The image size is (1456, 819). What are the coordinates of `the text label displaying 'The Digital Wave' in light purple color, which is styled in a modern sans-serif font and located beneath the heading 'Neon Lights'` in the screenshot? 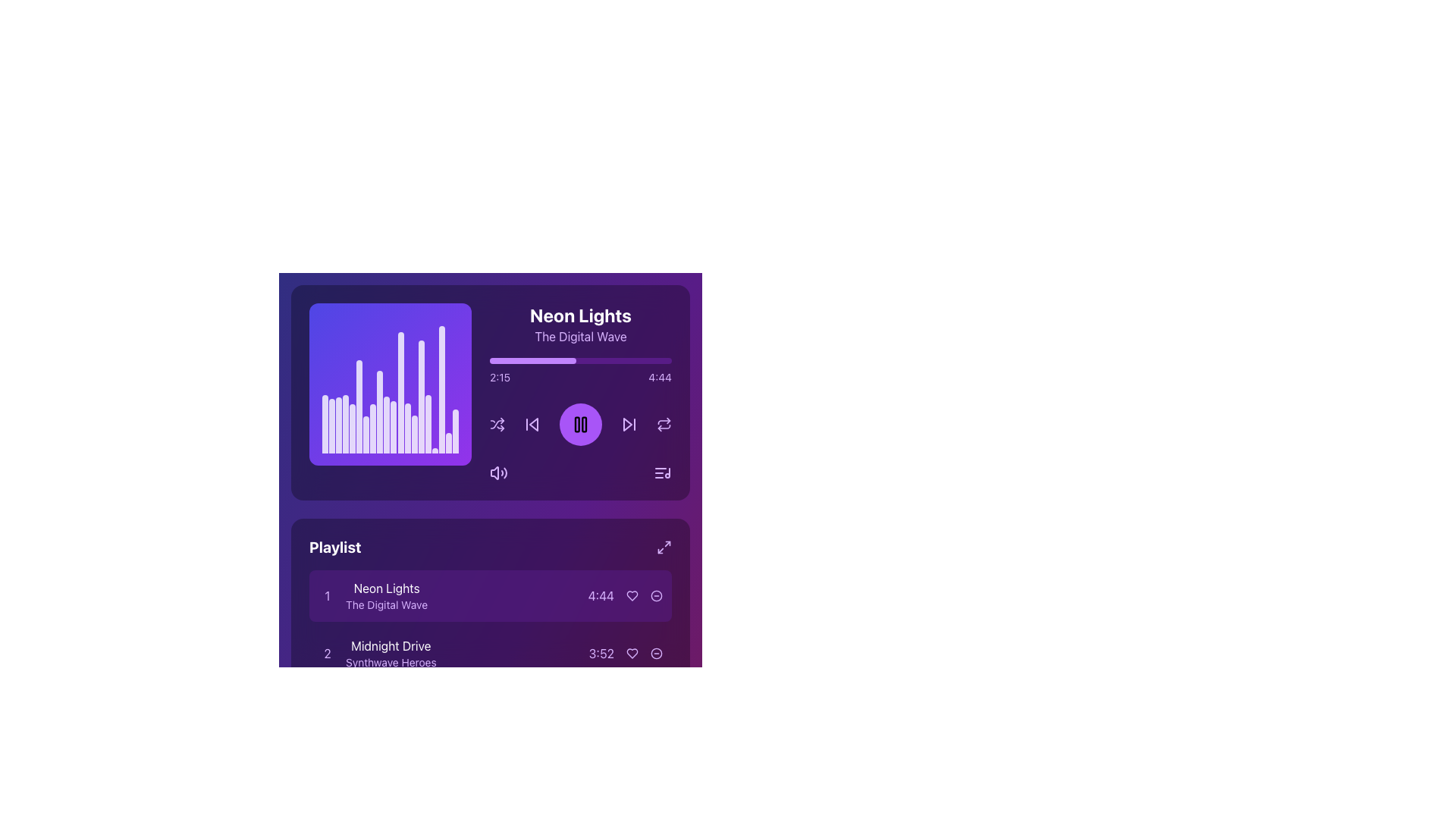 It's located at (580, 335).